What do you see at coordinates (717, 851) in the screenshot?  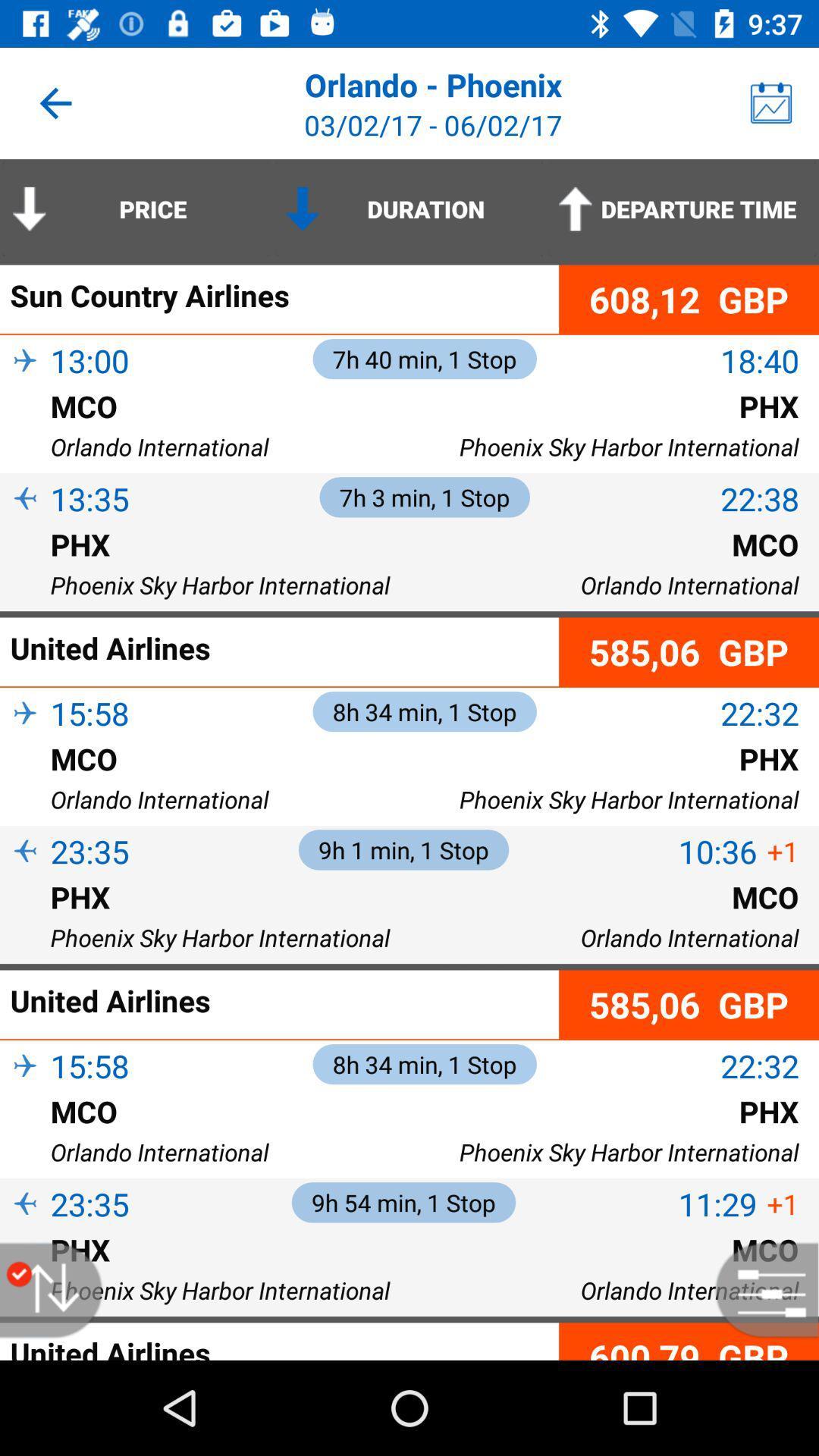 I see `item next to 9h 1 min item` at bounding box center [717, 851].